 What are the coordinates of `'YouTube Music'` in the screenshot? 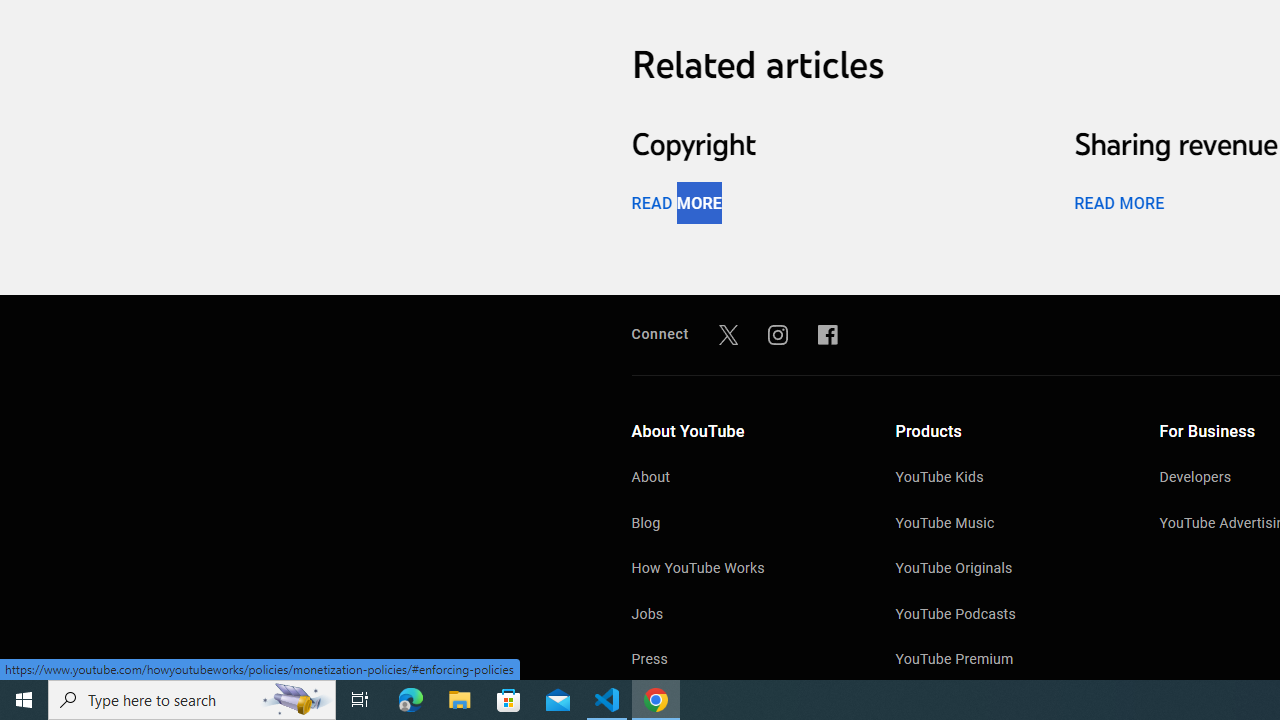 It's located at (1007, 523).